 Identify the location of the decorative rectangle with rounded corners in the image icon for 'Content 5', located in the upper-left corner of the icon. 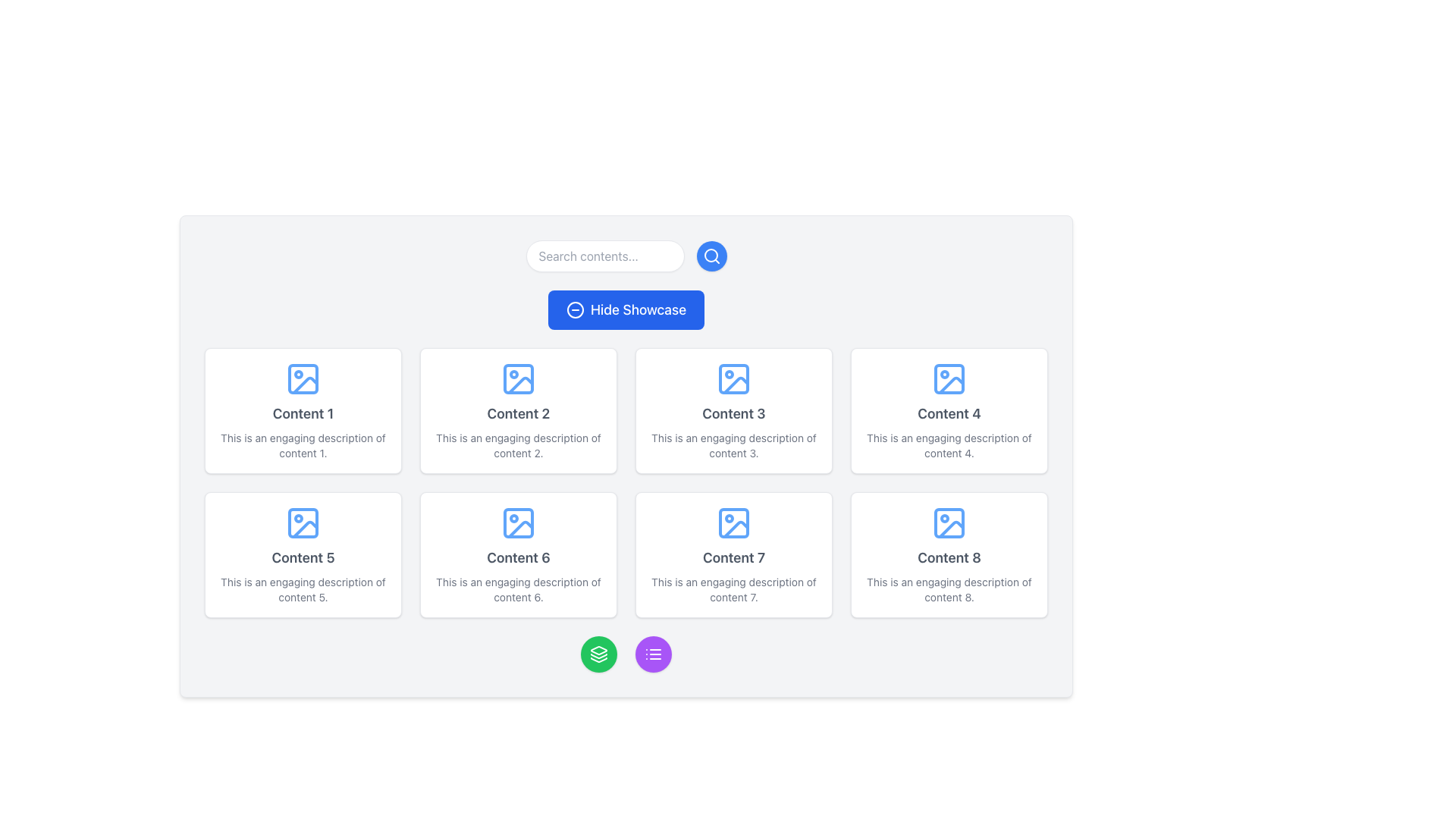
(303, 522).